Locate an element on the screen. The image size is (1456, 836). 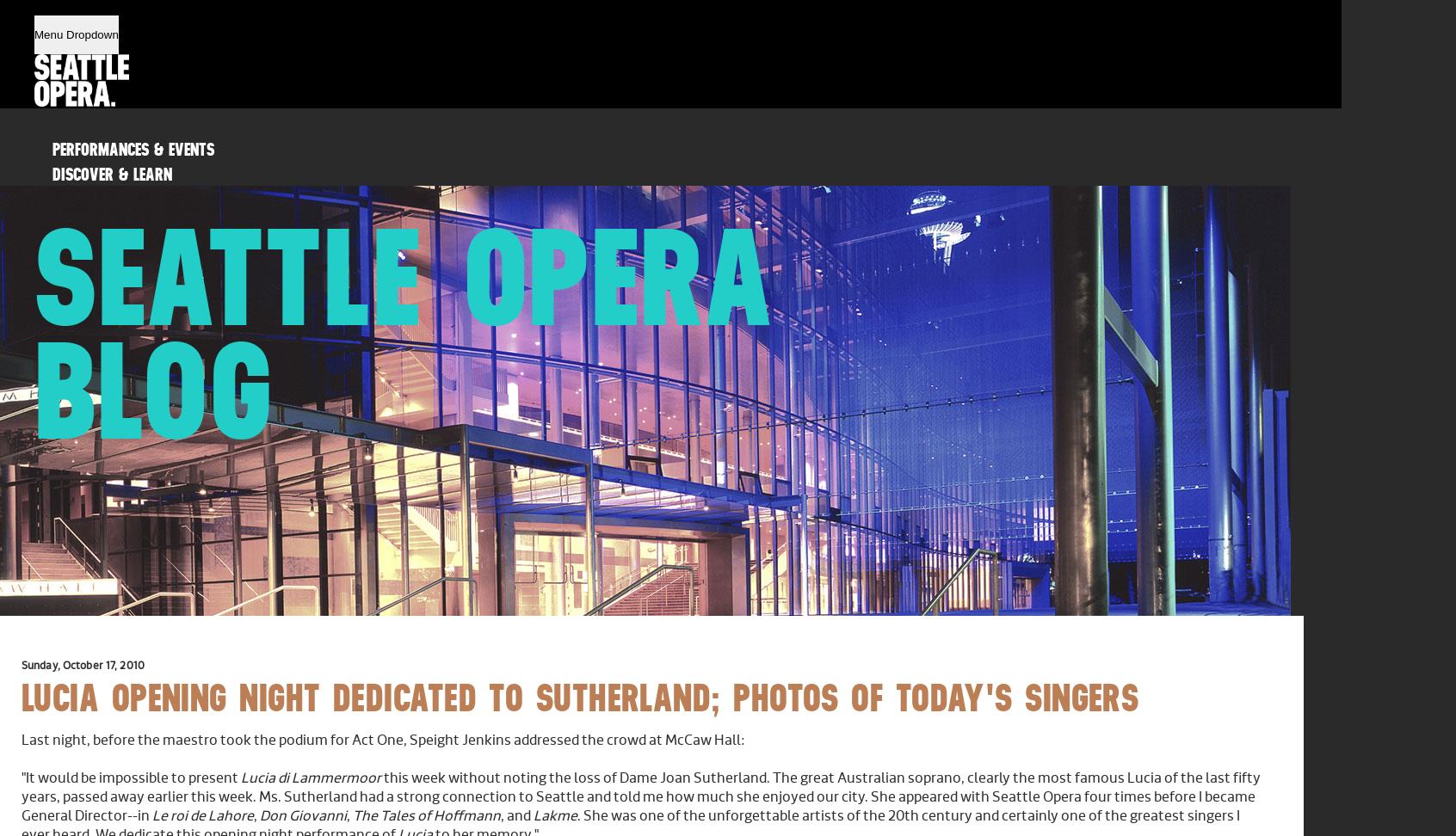
'Ticket Information' is located at coordinates (119, 224).